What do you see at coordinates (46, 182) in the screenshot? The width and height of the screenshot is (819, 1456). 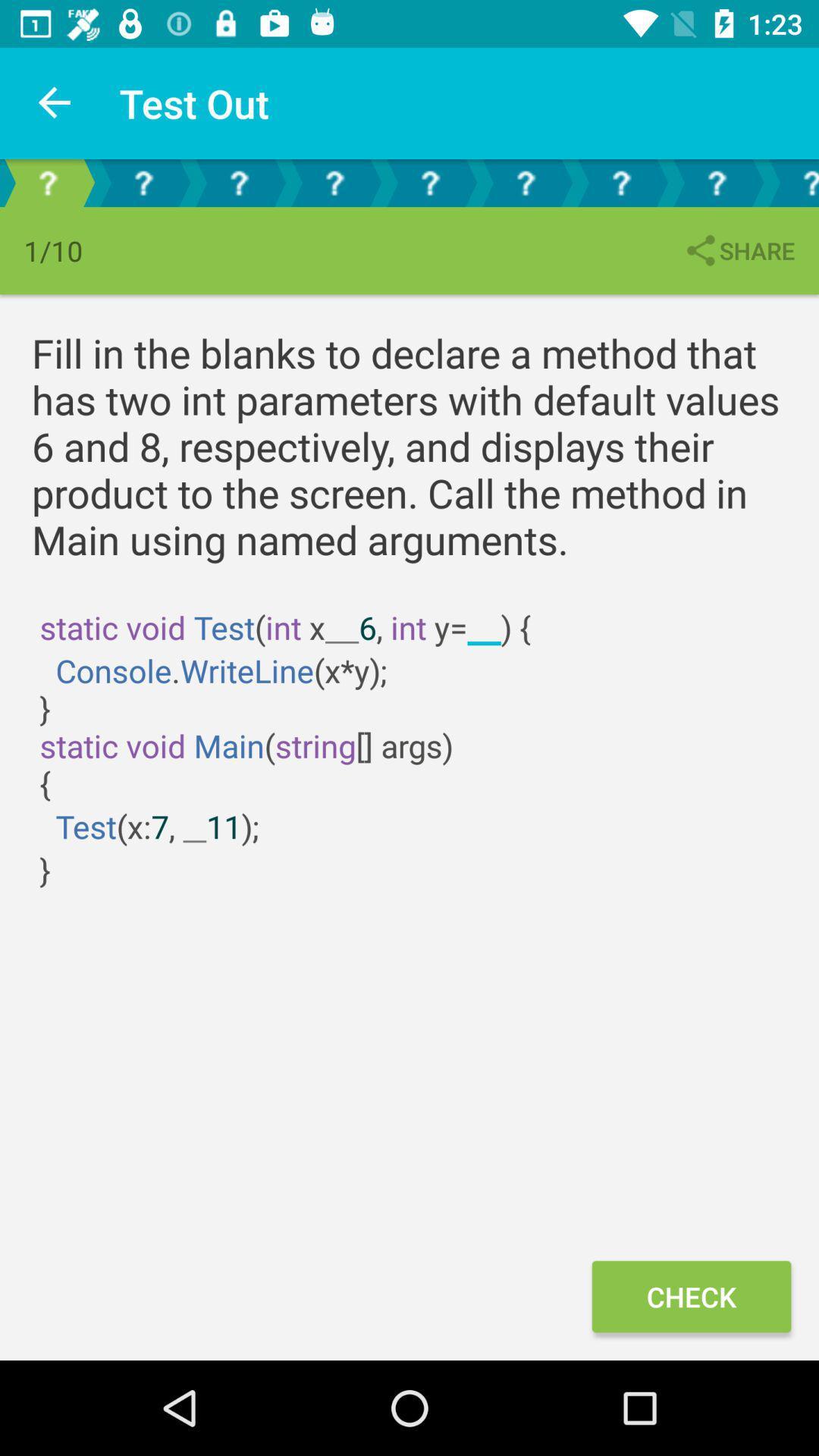 I see `the help icon` at bounding box center [46, 182].